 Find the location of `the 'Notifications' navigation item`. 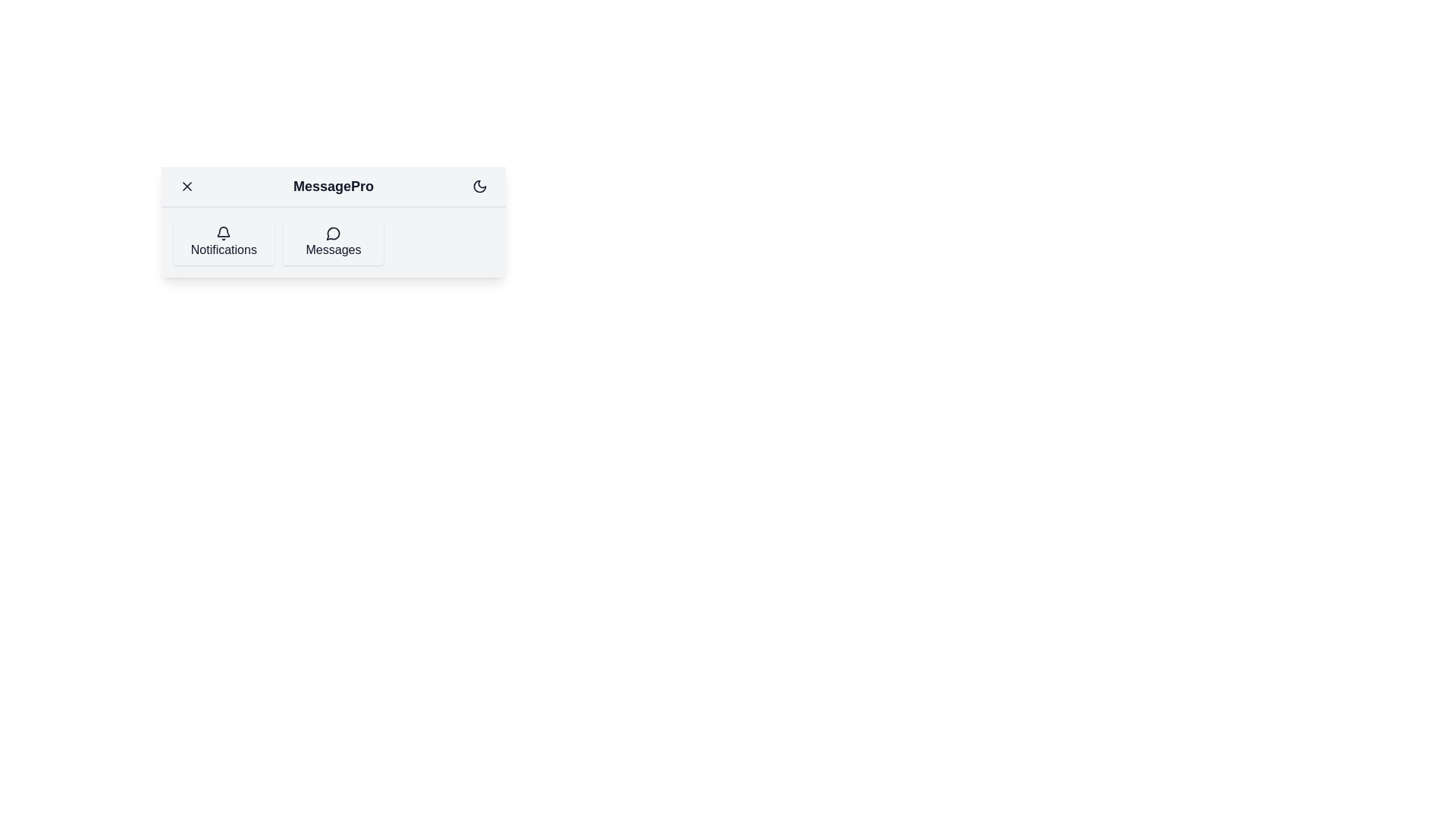

the 'Notifications' navigation item is located at coordinates (222, 242).